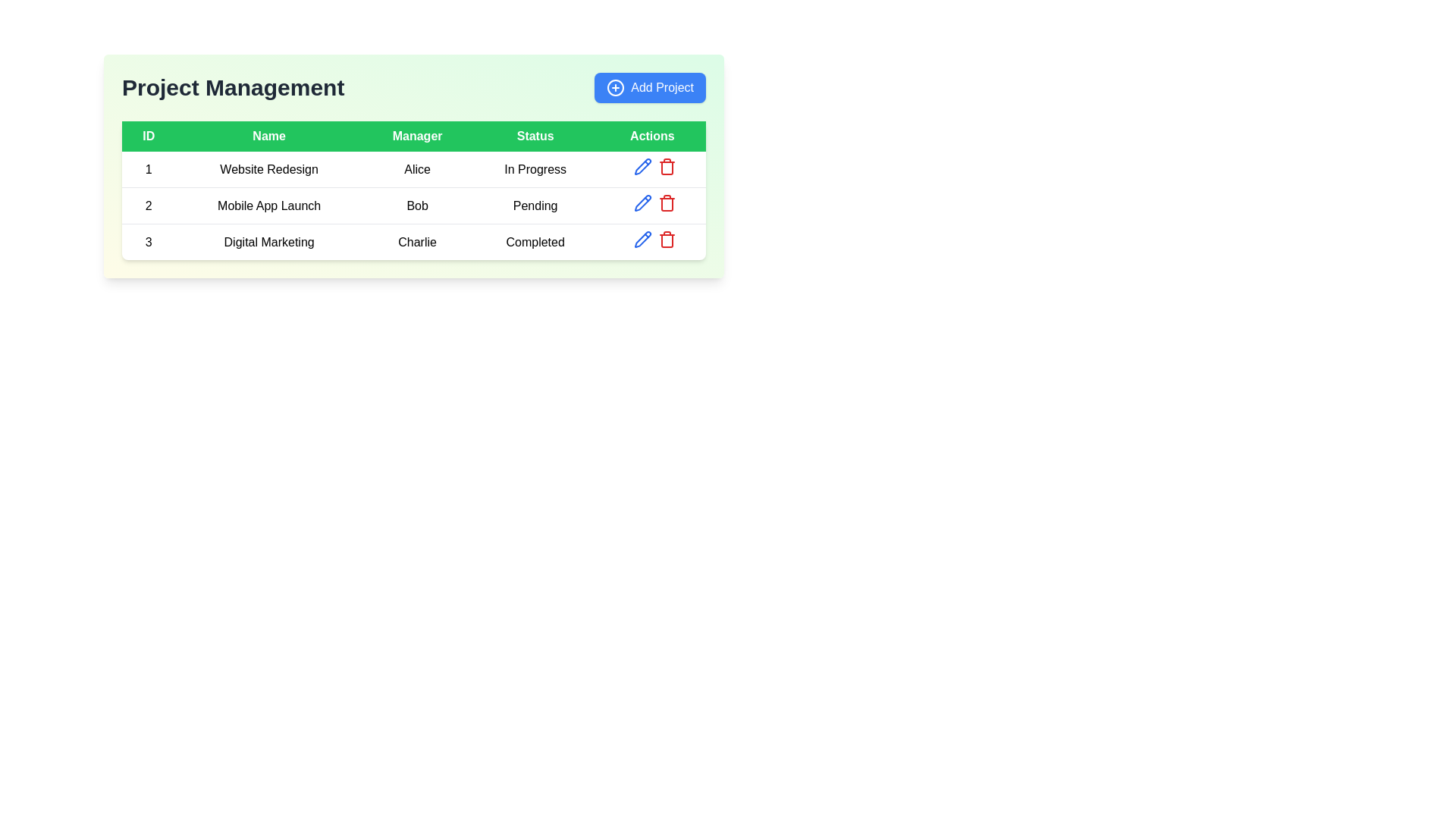 The width and height of the screenshot is (1456, 819). Describe the element at coordinates (149, 136) in the screenshot. I see `the Table Header Cell with the text 'ID', which is a green rectangular area located at the top-left corner of the table` at that location.